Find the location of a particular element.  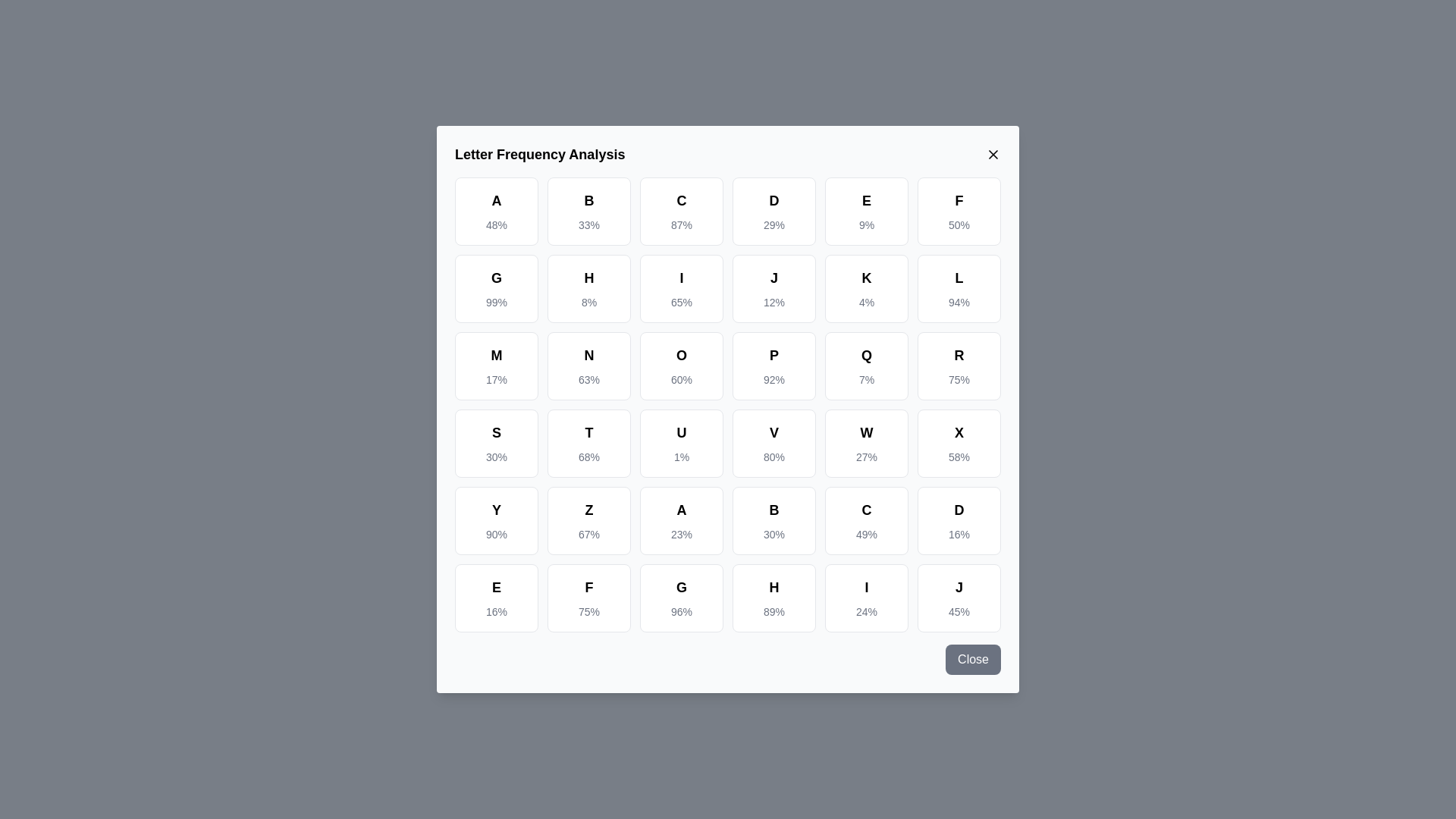

the letter cell corresponding to W is located at coordinates (866, 444).